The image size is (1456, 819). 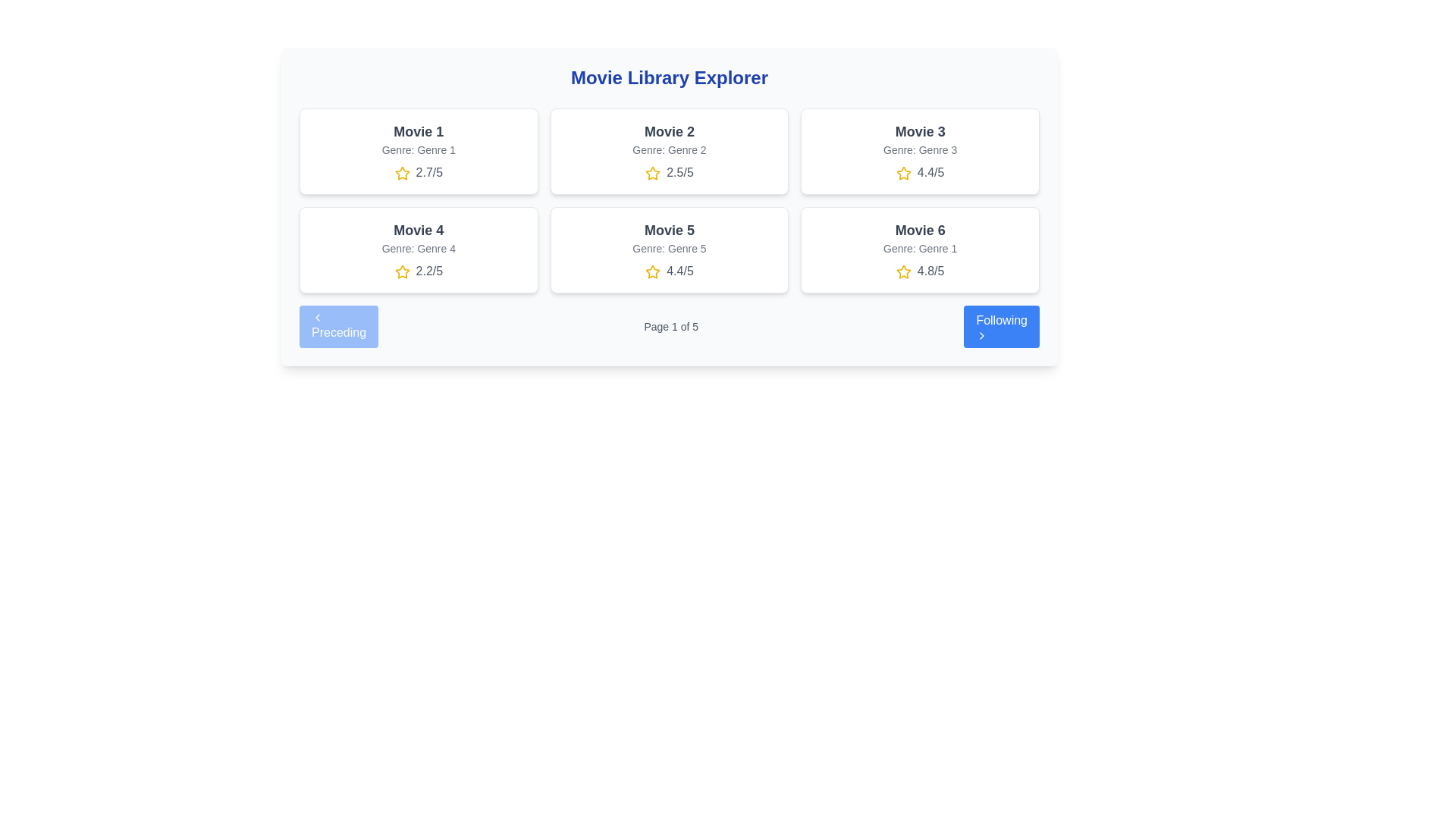 What do you see at coordinates (669, 231) in the screenshot?
I see `the static text element displaying the movie title, which is positioned at the top-center of the fifth card in a grid layout` at bounding box center [669, 231].